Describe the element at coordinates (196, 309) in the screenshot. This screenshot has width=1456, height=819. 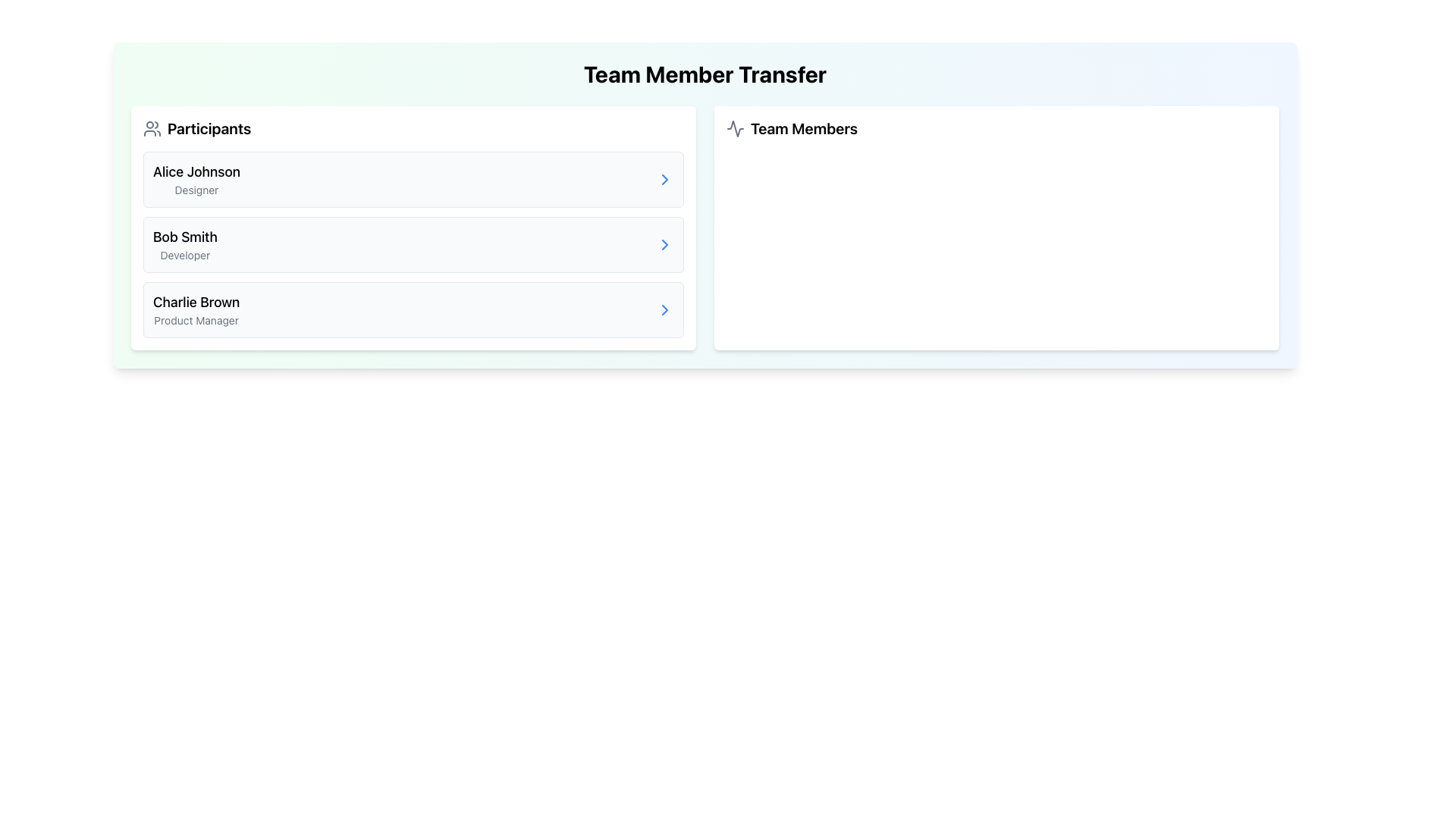
I see `the textual display component showing 'Charlie Brown' and 'Product Manager' in the Participants list` at that location.